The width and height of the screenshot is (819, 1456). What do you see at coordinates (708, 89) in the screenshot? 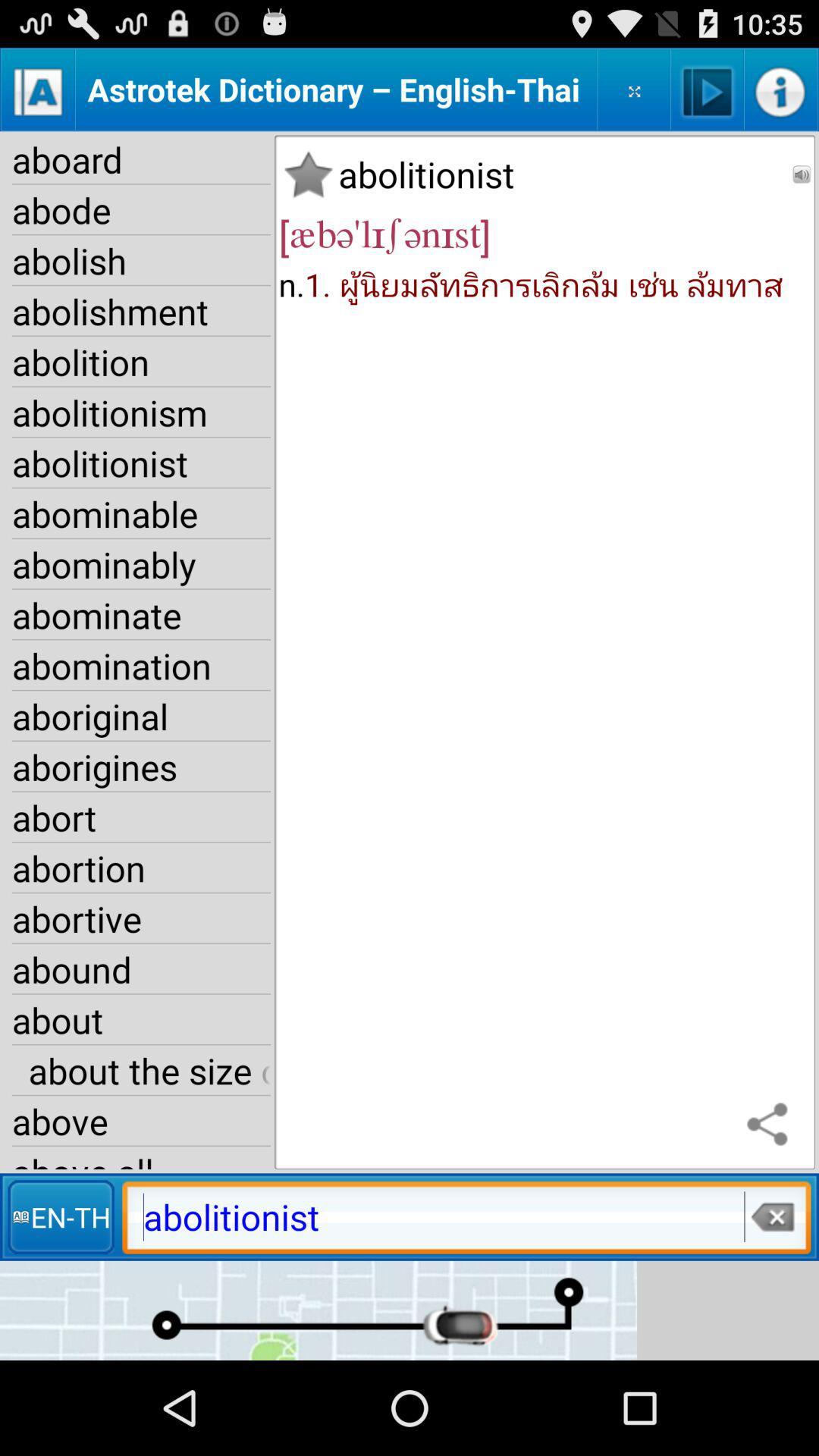
I see `song playmusic` at bounding box center [708, 89].